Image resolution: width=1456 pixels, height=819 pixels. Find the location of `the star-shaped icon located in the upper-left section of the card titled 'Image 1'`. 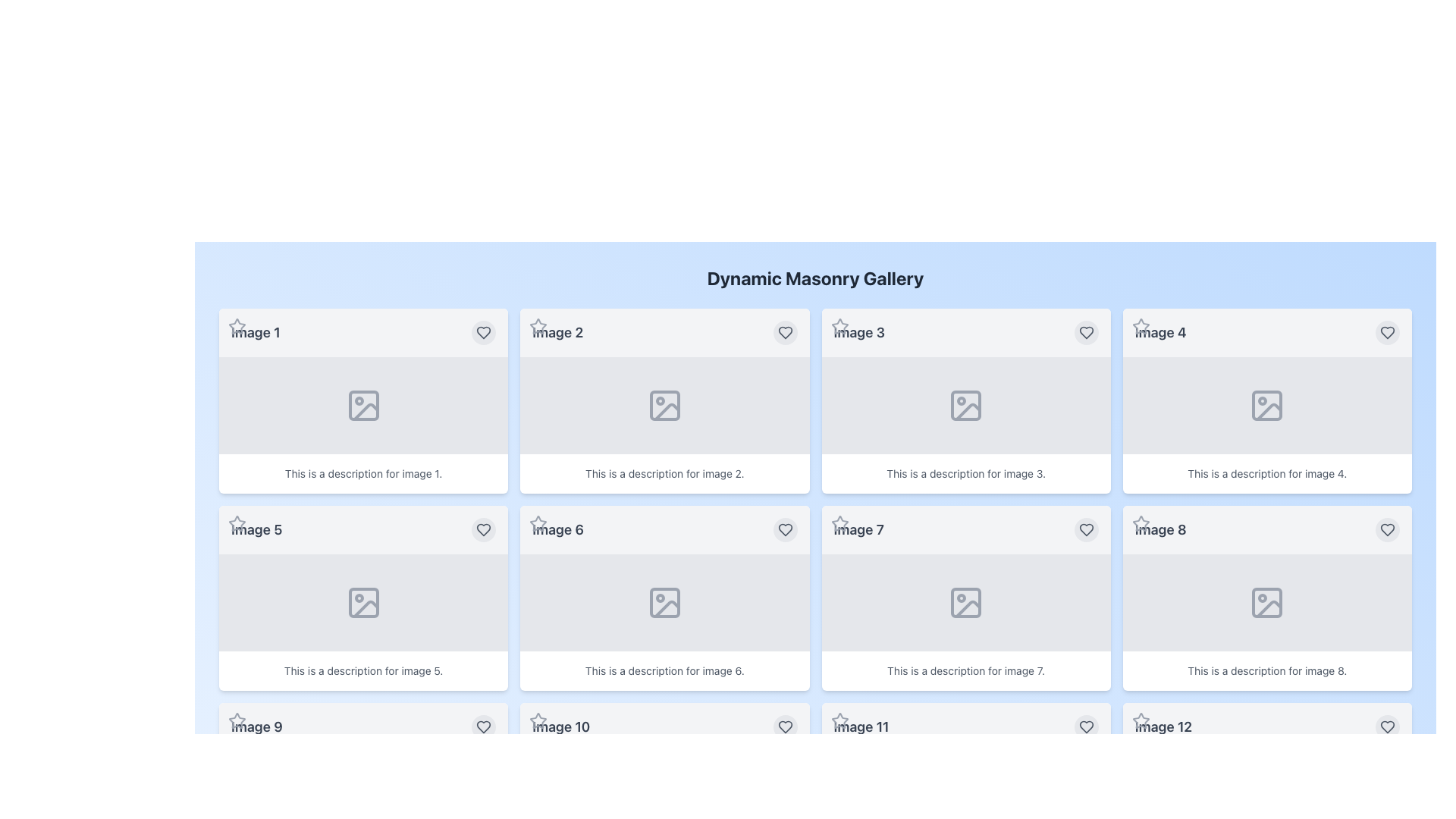

the star-shaped icon located in the upper-left section of the card titled 'Image 1' is located at coordinates (236, 325).